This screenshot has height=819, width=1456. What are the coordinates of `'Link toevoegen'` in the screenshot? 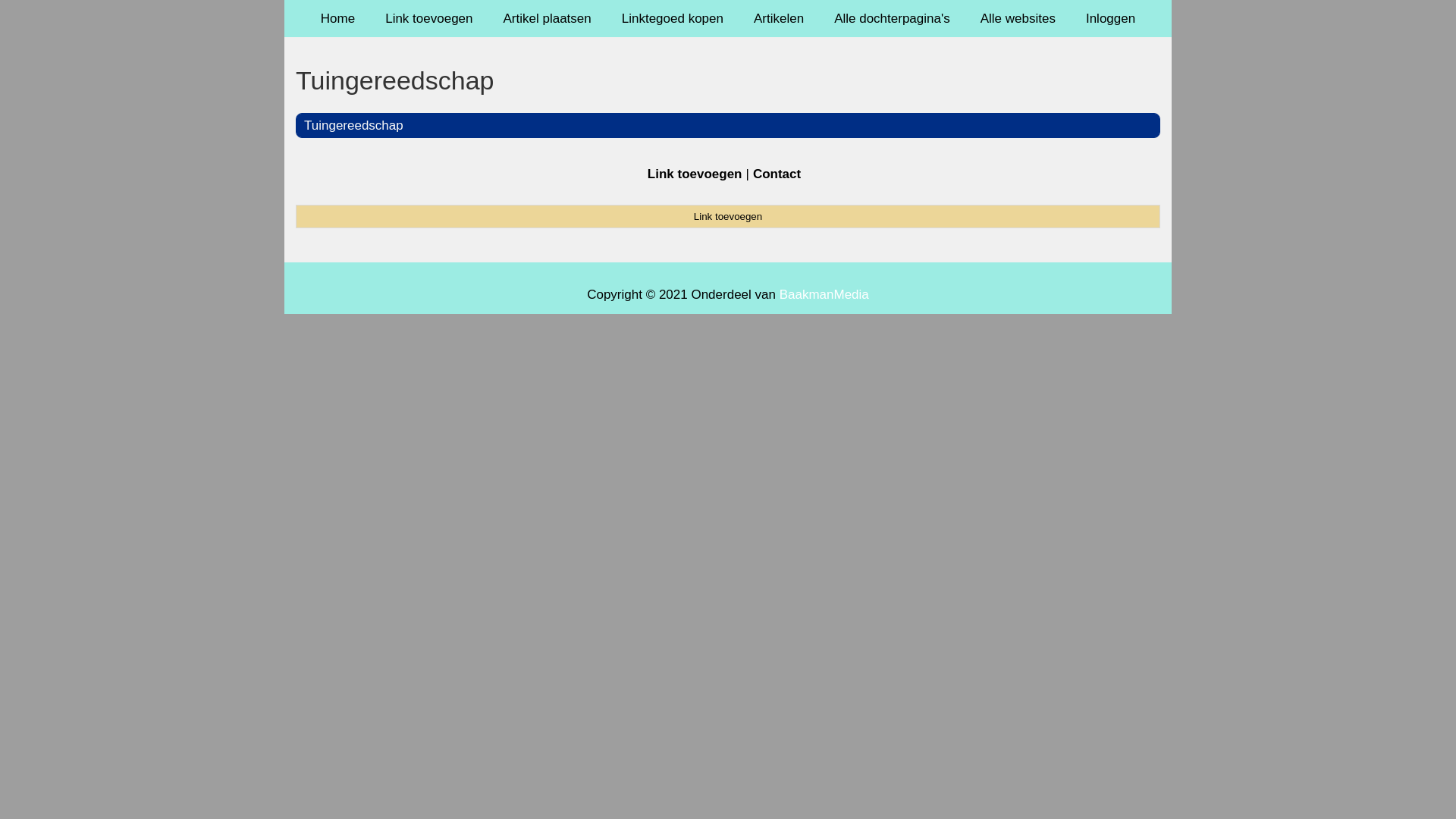 It's located at (694, 173).